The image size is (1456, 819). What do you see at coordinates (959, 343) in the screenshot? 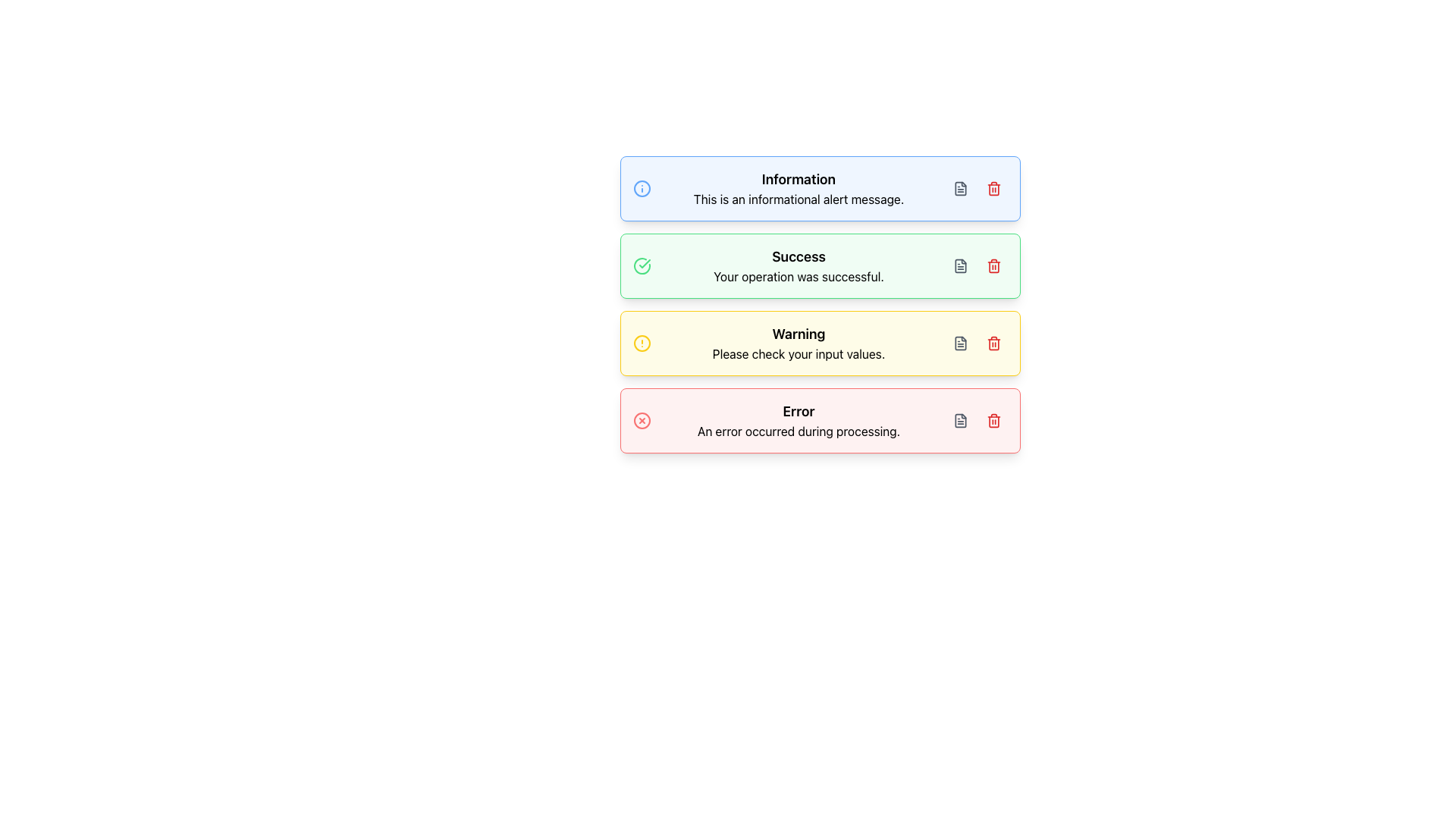
I see `the small file icon button, which is located inside a yellow warning alert box to the right of the alert text and to the left of a red trash icon` at bounding box center [959, 343].